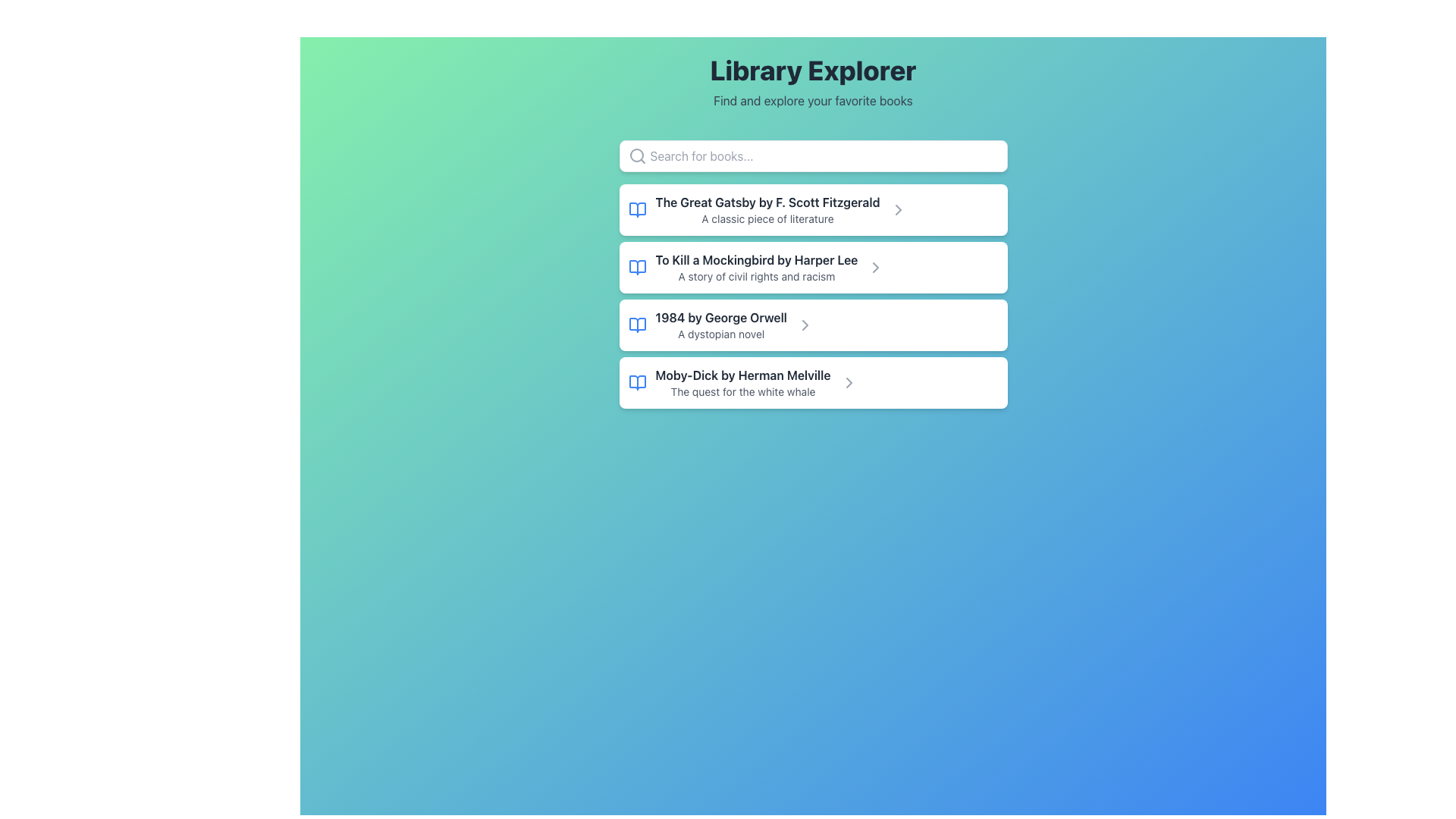 The image size is (1456, 819). Describe the element at coordinates (637, 210) in the screenshot. I see `the blue outlined book icon located next to the title 'The Great Gatsby'` at that location.